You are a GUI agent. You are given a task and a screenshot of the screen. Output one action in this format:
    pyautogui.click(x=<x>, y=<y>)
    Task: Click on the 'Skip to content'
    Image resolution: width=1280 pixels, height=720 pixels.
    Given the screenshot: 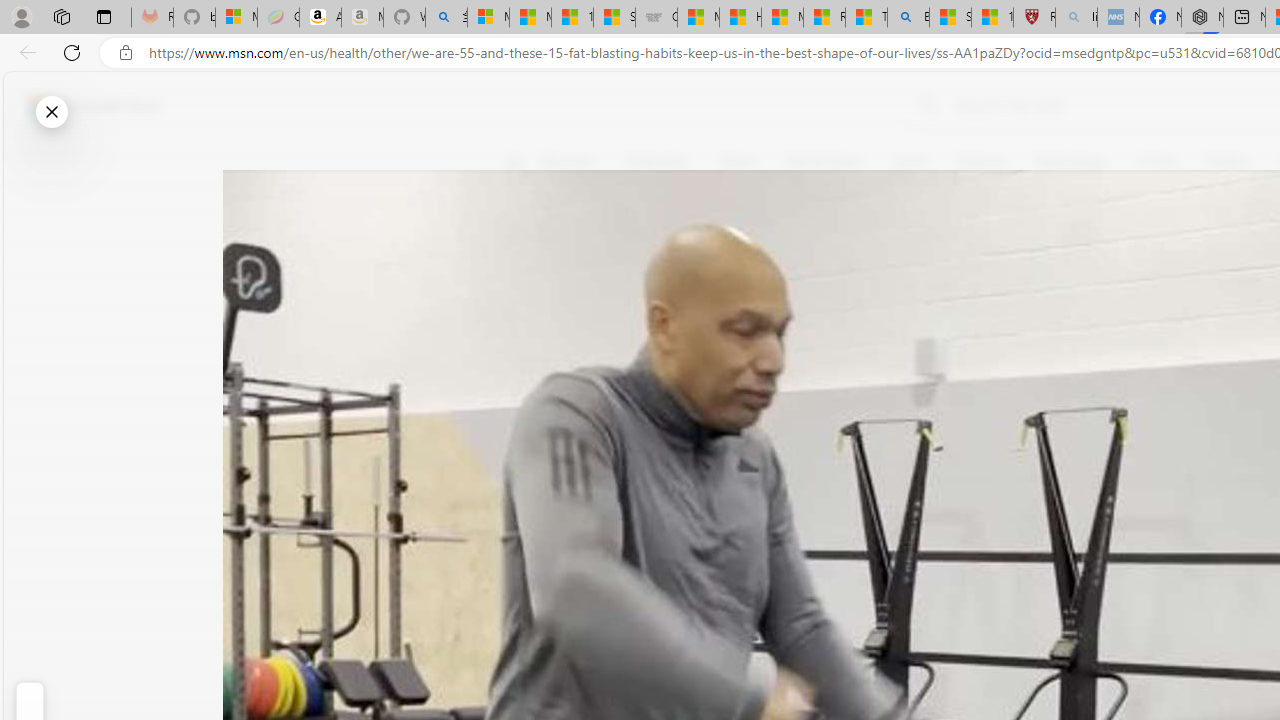 What is the action you would take?
    pyautogui.click(x=86, y=105)
    